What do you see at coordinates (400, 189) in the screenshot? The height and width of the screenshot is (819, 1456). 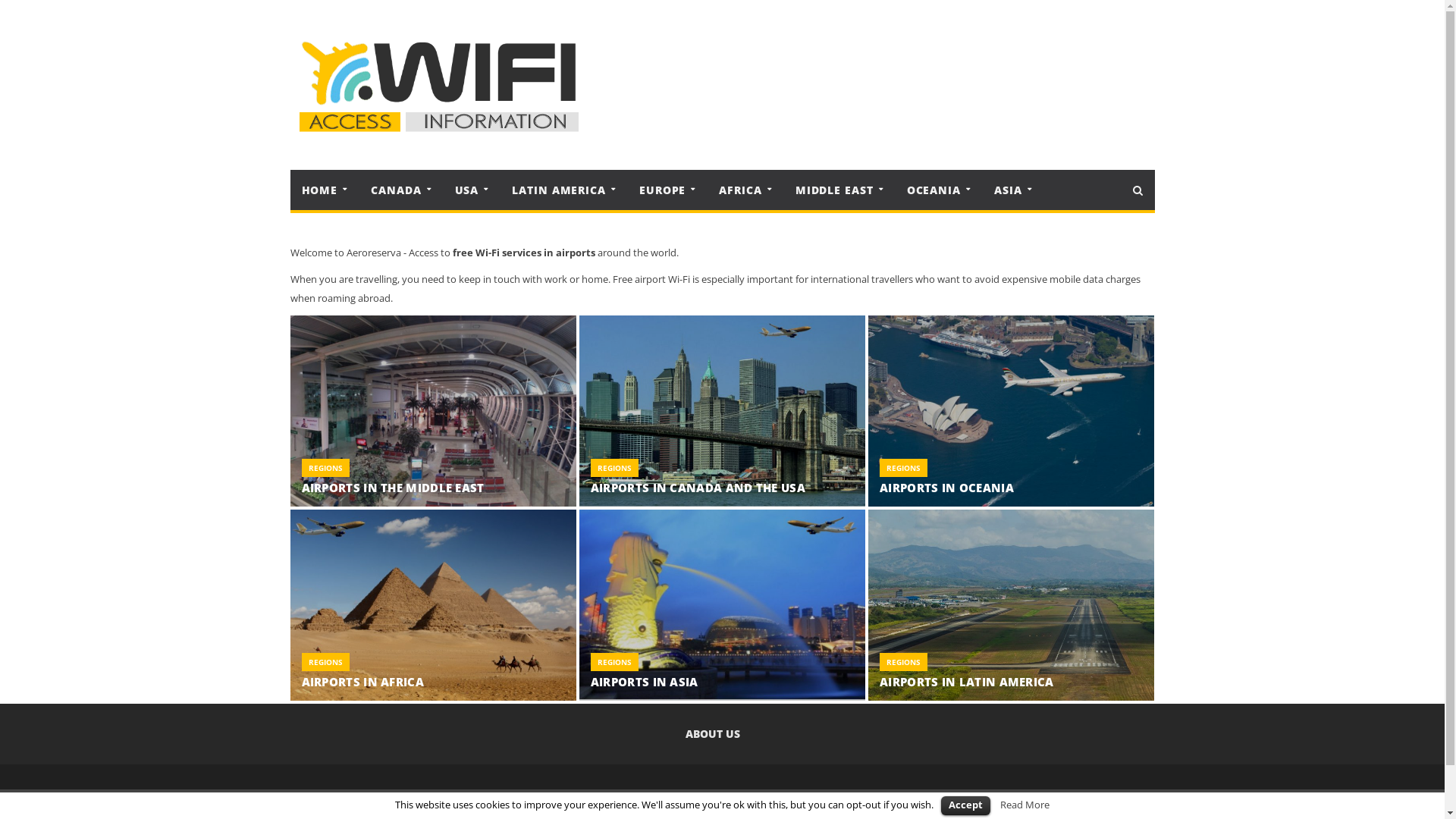 I see `'CANADA'` at bounding box center [400, 189].